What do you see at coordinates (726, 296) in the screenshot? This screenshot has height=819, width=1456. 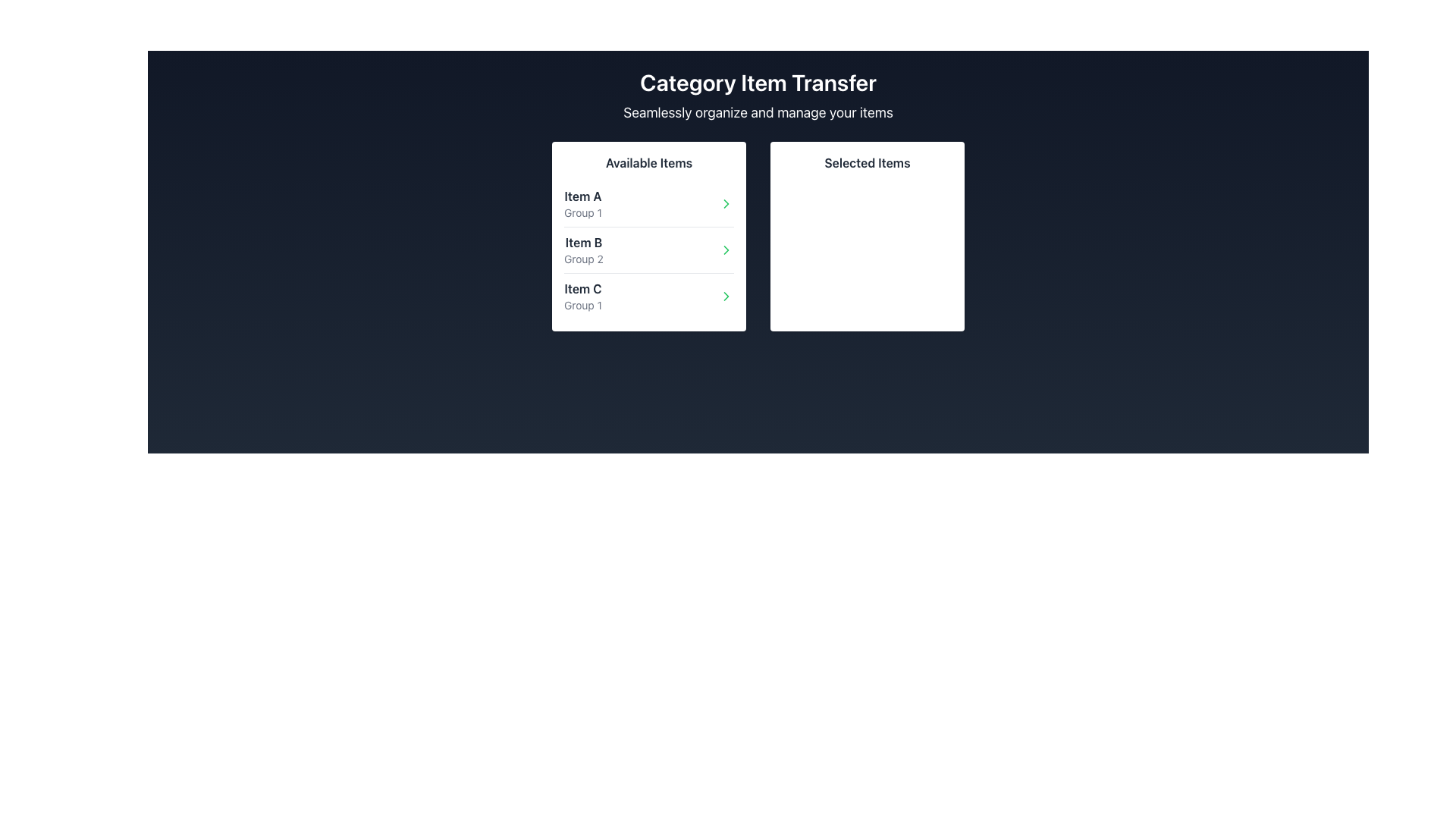 I see `the small rightward green arrow icon located to the far right of the 'Item C' entry in the 'Available Items' list` at bounding box center [726, 296].